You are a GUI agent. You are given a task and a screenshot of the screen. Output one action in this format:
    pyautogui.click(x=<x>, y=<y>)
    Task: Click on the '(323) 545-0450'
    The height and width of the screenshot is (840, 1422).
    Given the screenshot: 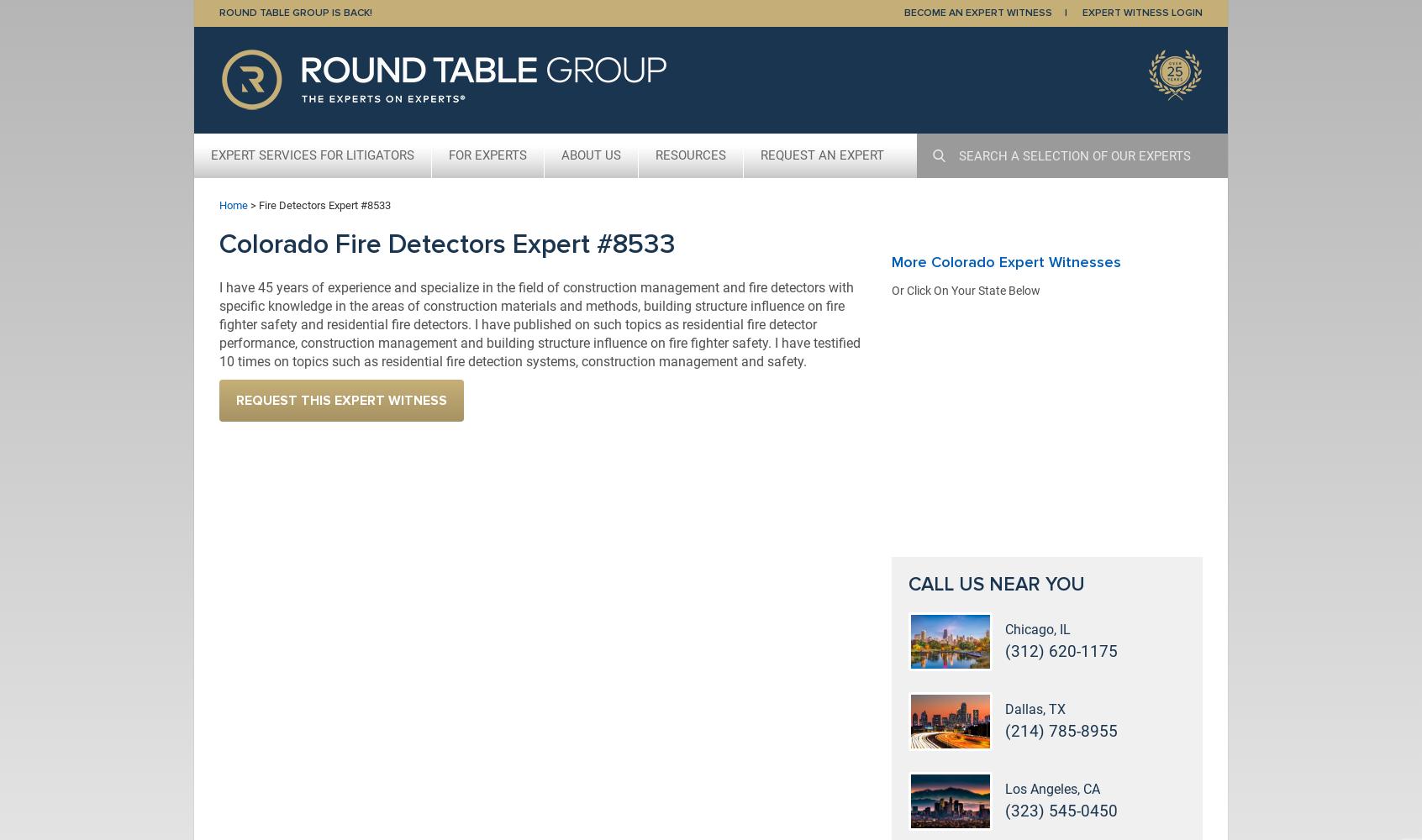 What is the action you would take?
    pyautogui.click(x=1004, y=810)
    